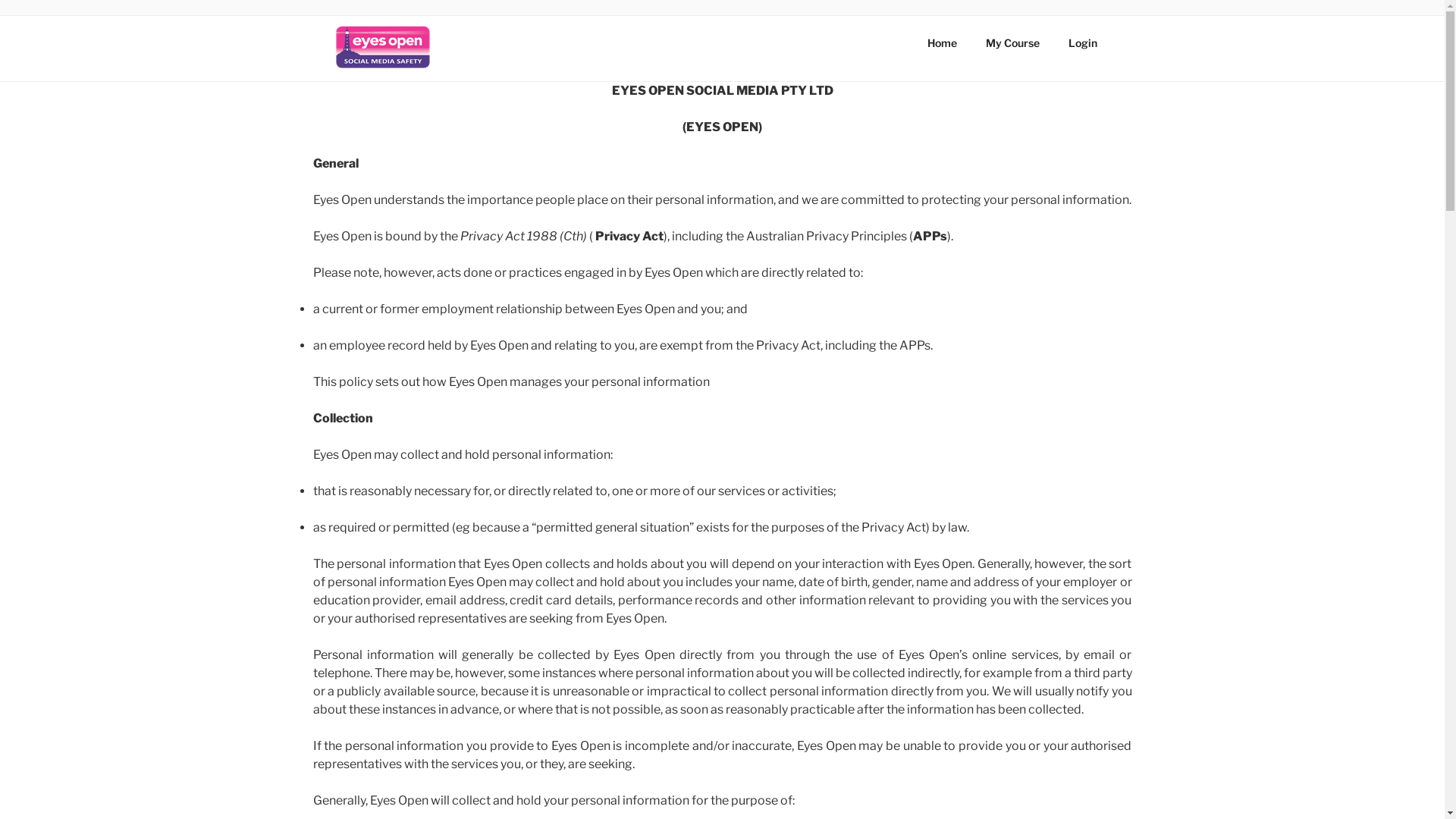 This screenshot has width=1456, height=819. I want to click on 'Home', so click(942, 42).